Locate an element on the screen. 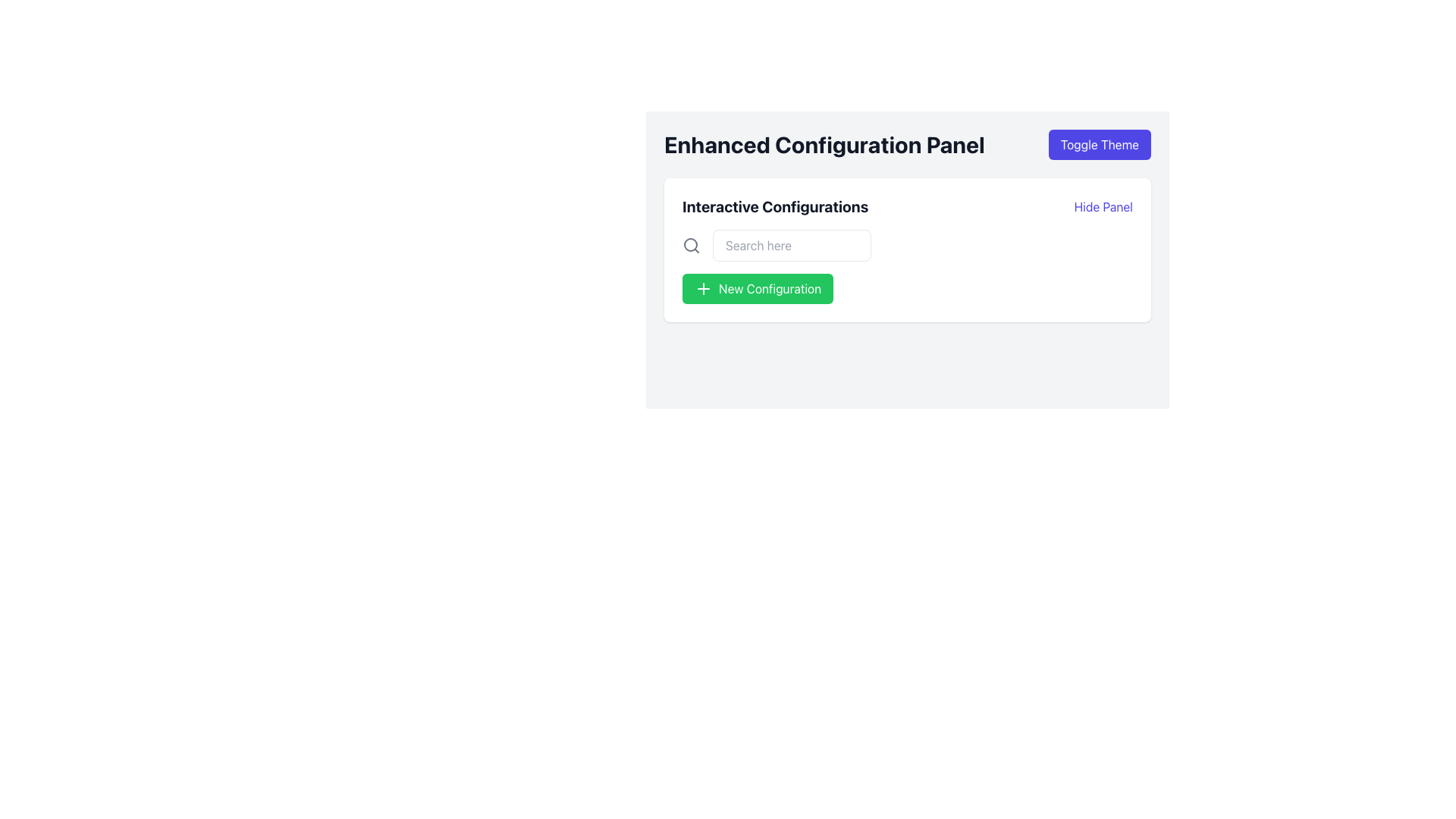  the button located near the bottom center of the 'Interactive Configurations' grouping is located at coordinates (758, 289).